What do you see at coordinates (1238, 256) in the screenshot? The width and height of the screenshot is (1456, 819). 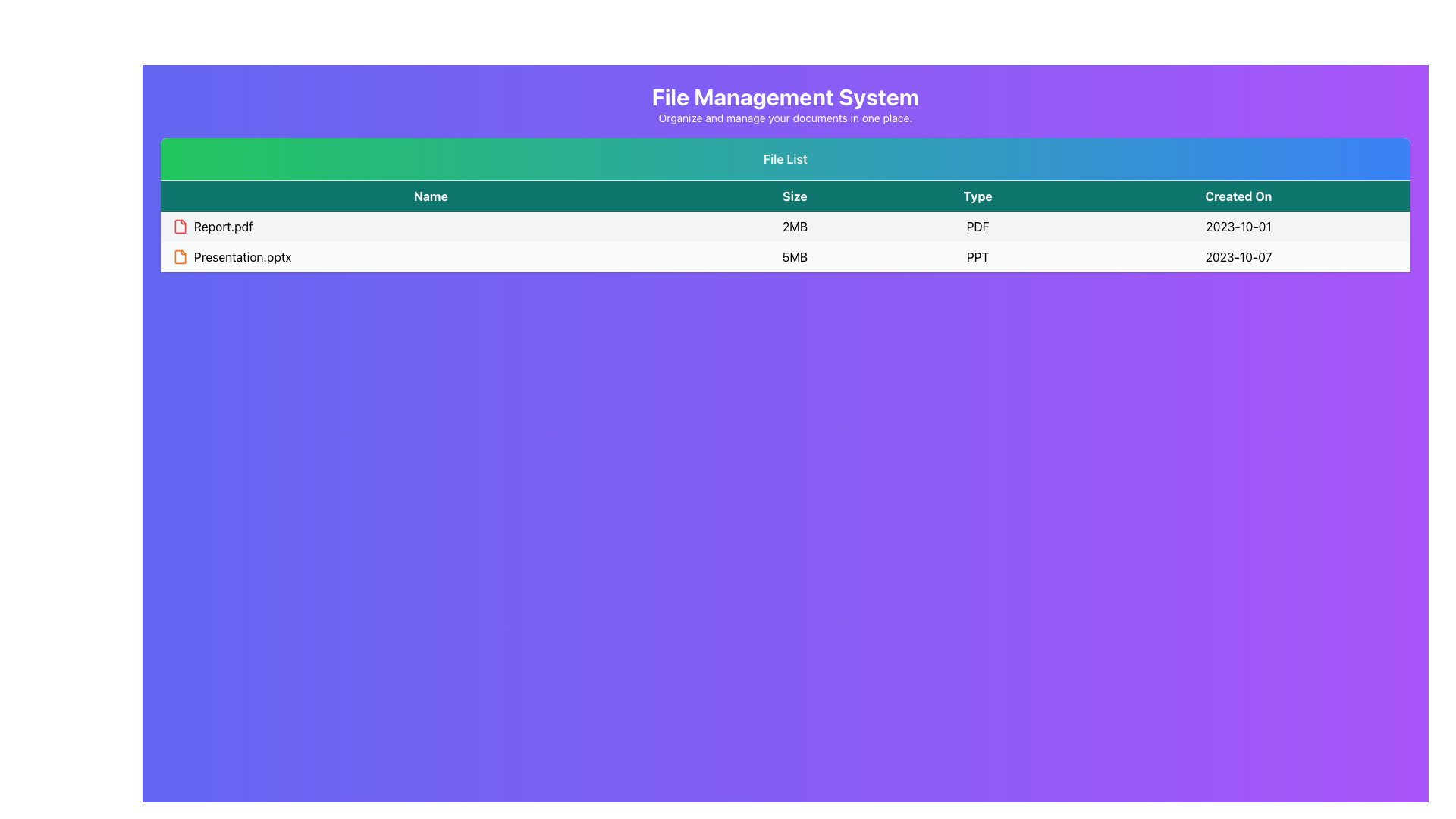 I see `the text label displaying '2023-10-07' in the last column of the second row under the 'Created On' header in the file list table for the file 'Presentation.pptx'` at bounding box center [1238, 256].